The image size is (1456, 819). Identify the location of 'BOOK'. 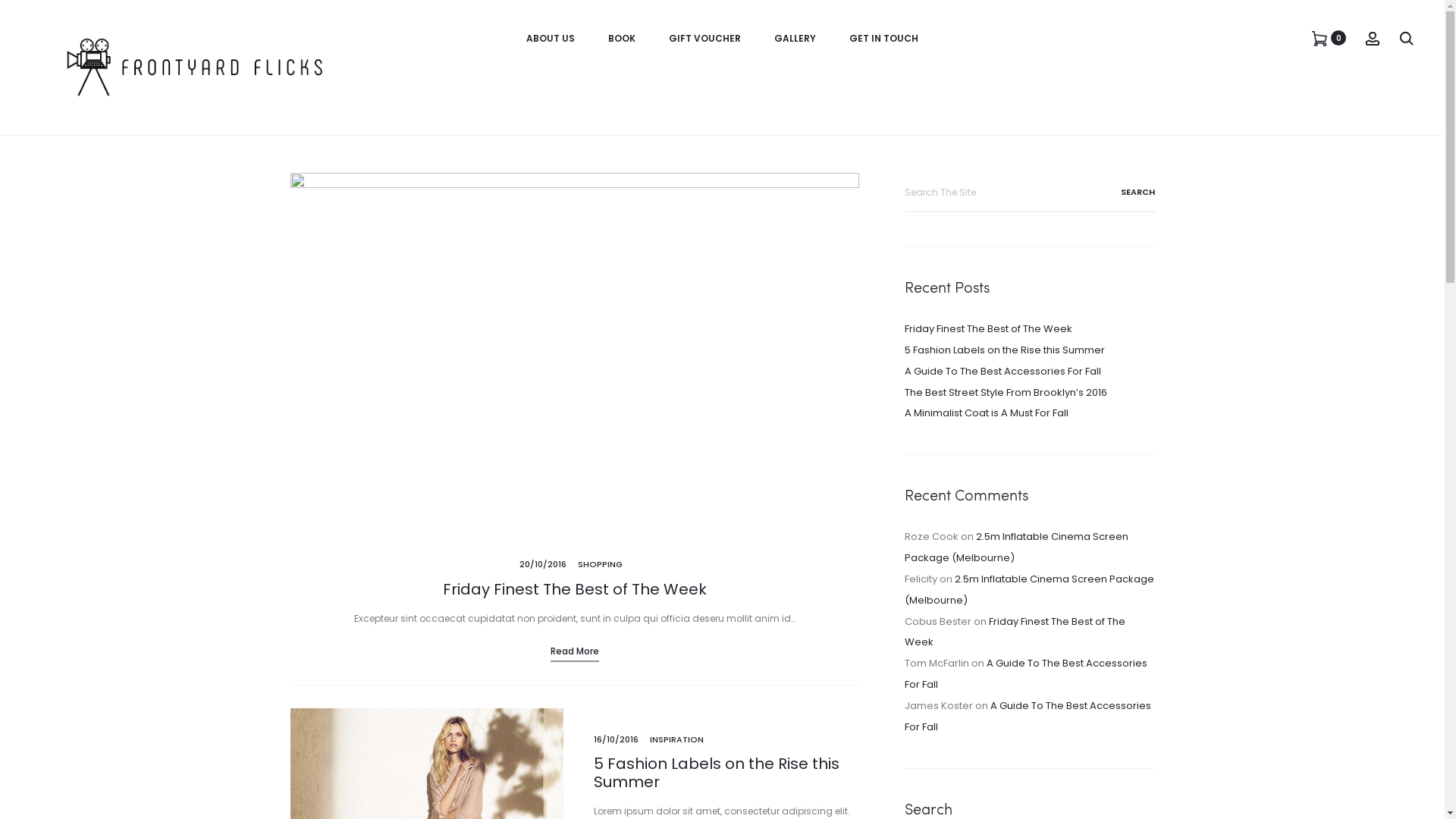
(607, 37).